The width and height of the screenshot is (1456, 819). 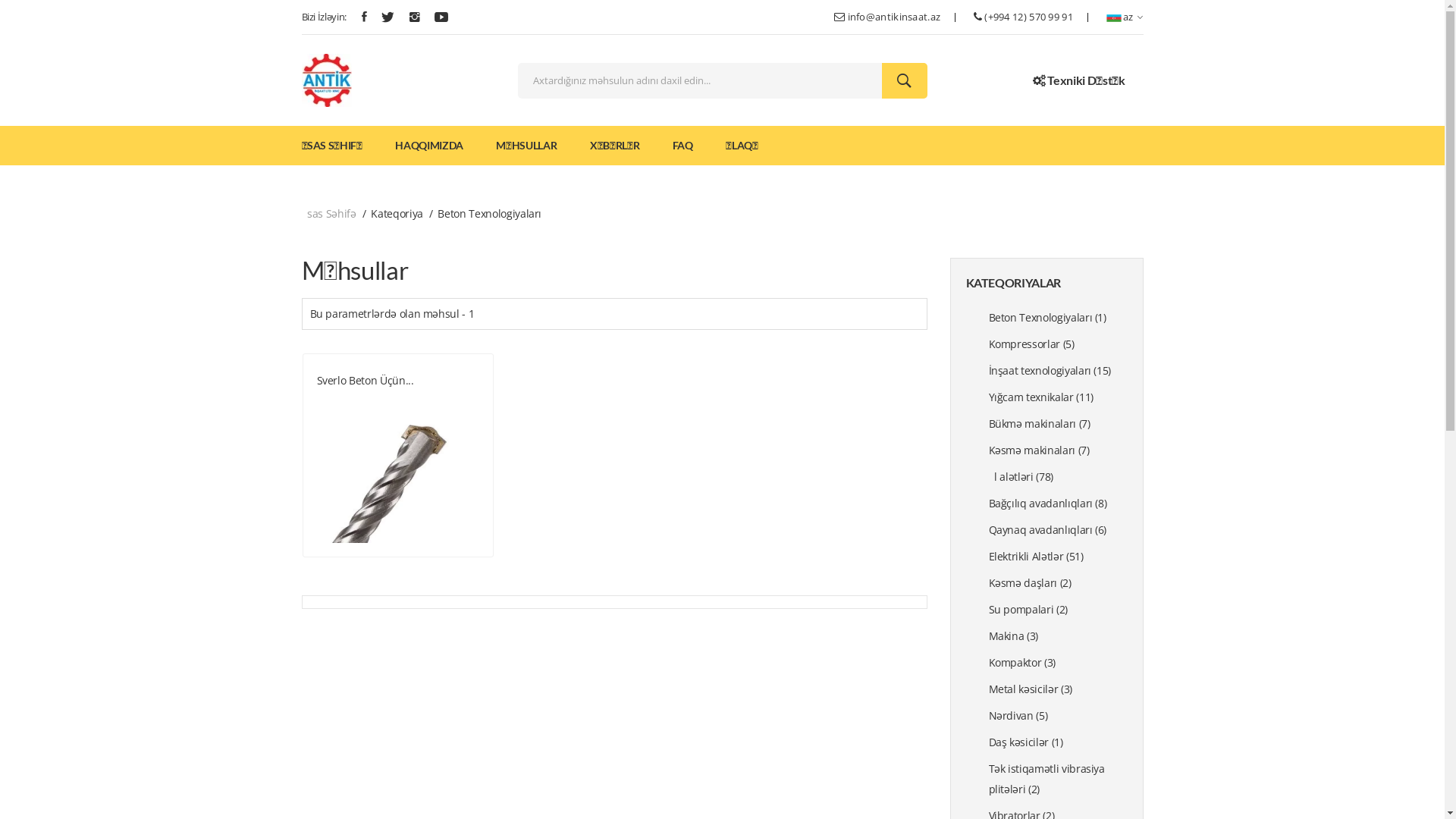 I want to click on 'Su pompalari (2)', so click(x=1057, y=608).